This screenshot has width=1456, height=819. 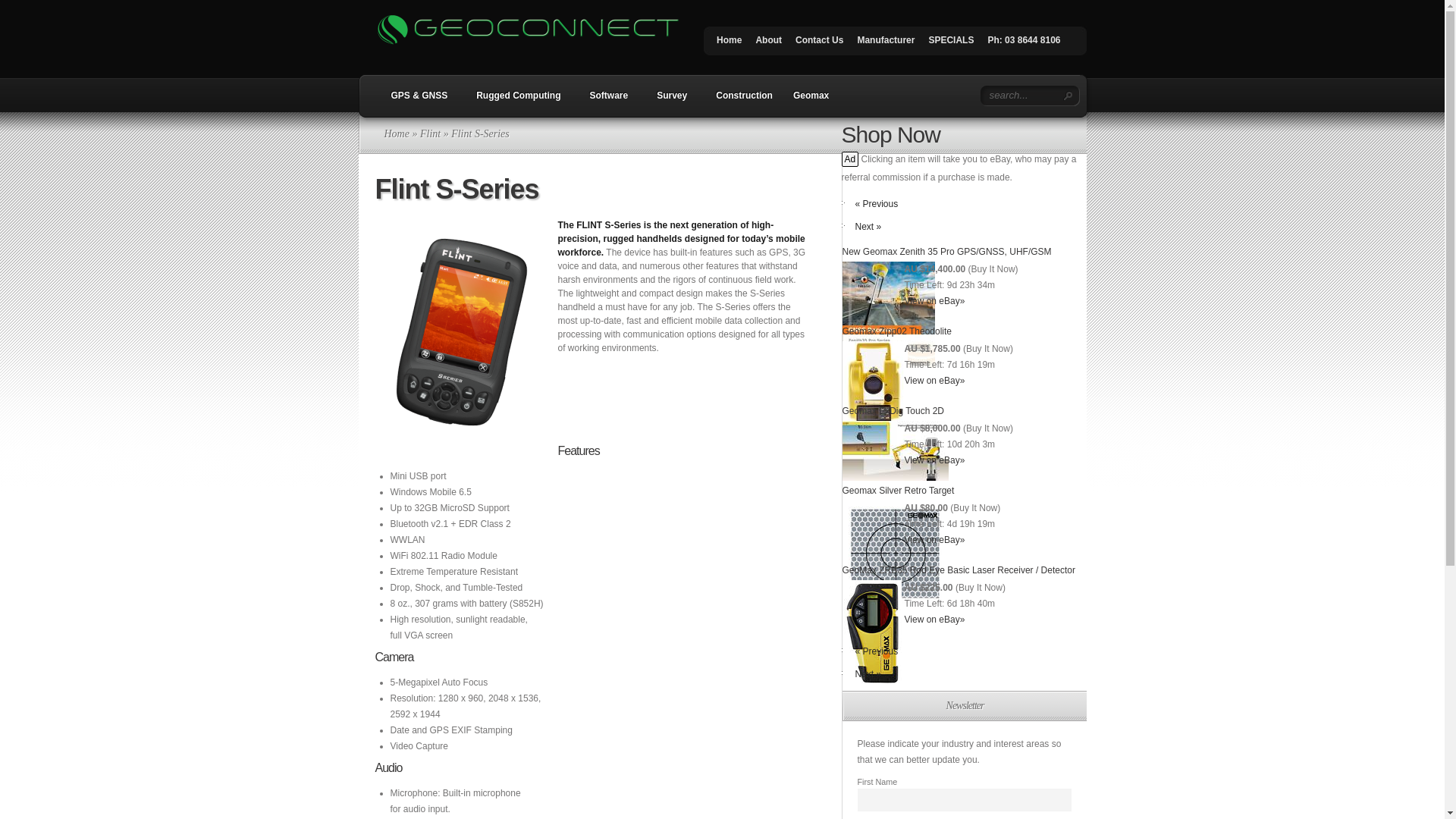 What do you see at coordinates (810, 100) in the screenshot?
I see `'Geomax'` at bounding box center [810, 100].